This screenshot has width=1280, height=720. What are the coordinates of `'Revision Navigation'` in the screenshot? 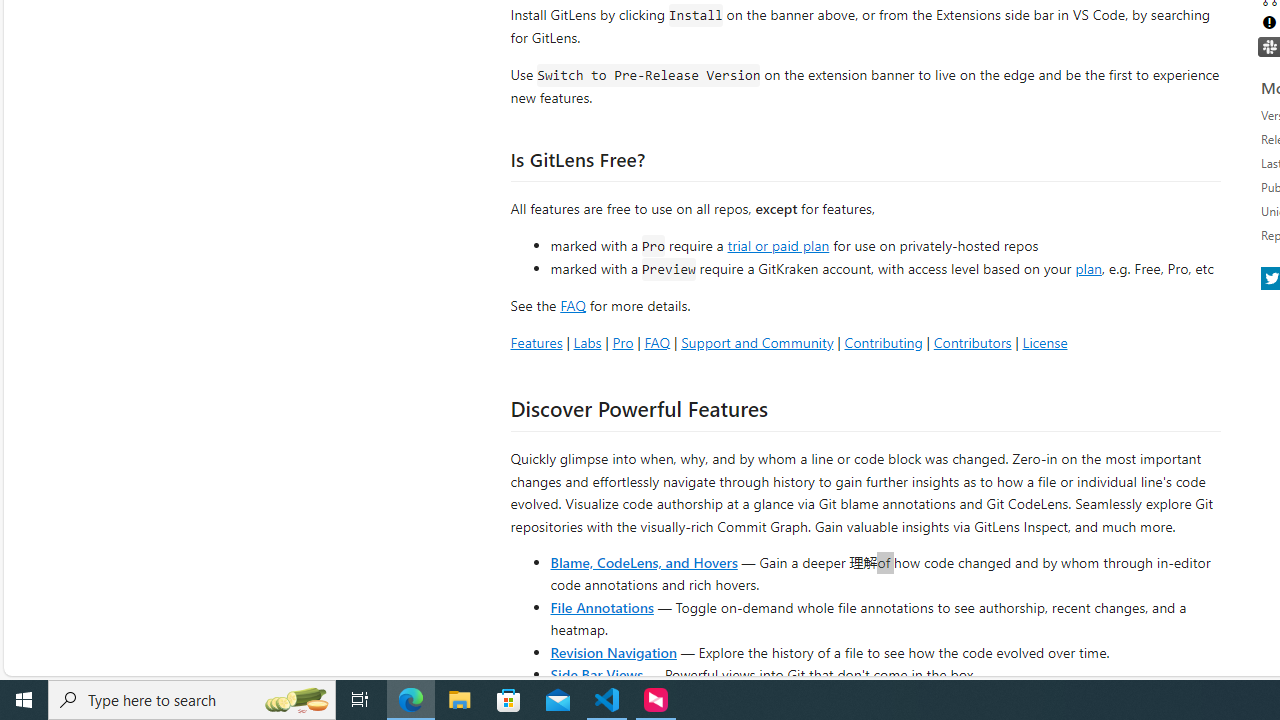 It's located at (612, 651).